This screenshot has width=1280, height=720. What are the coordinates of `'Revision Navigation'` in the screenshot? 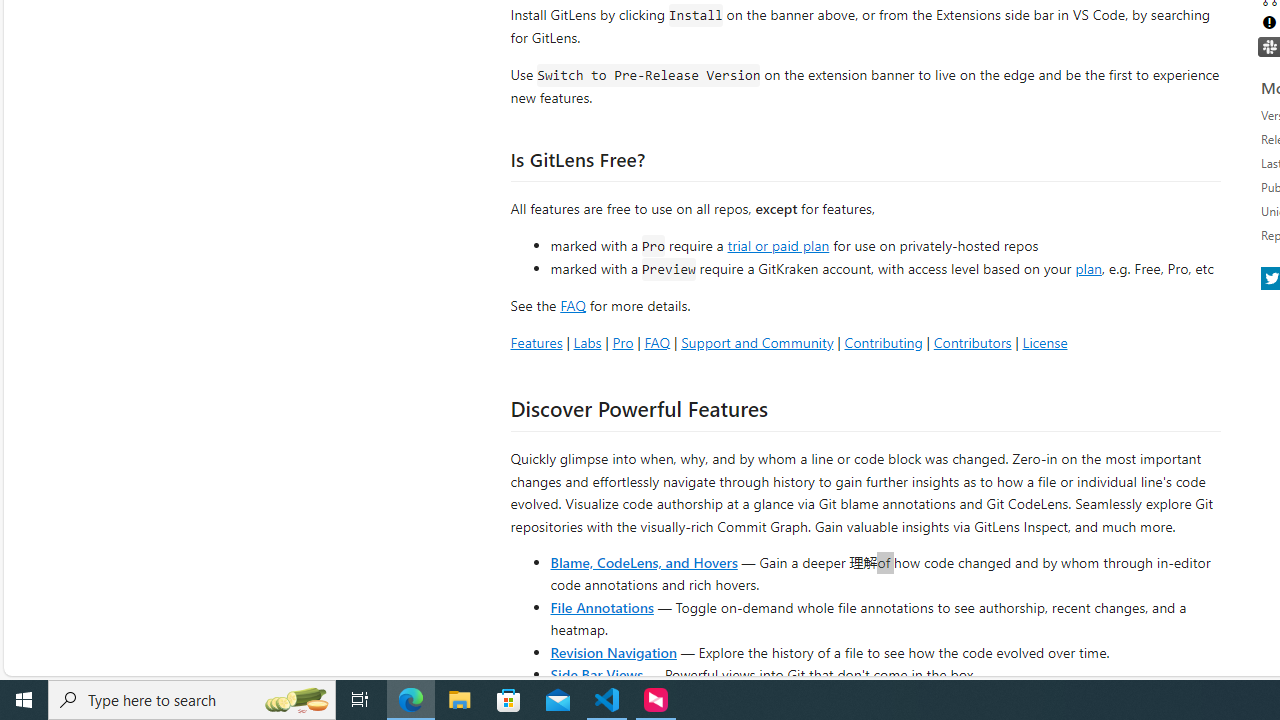 It's located at (612, 651).